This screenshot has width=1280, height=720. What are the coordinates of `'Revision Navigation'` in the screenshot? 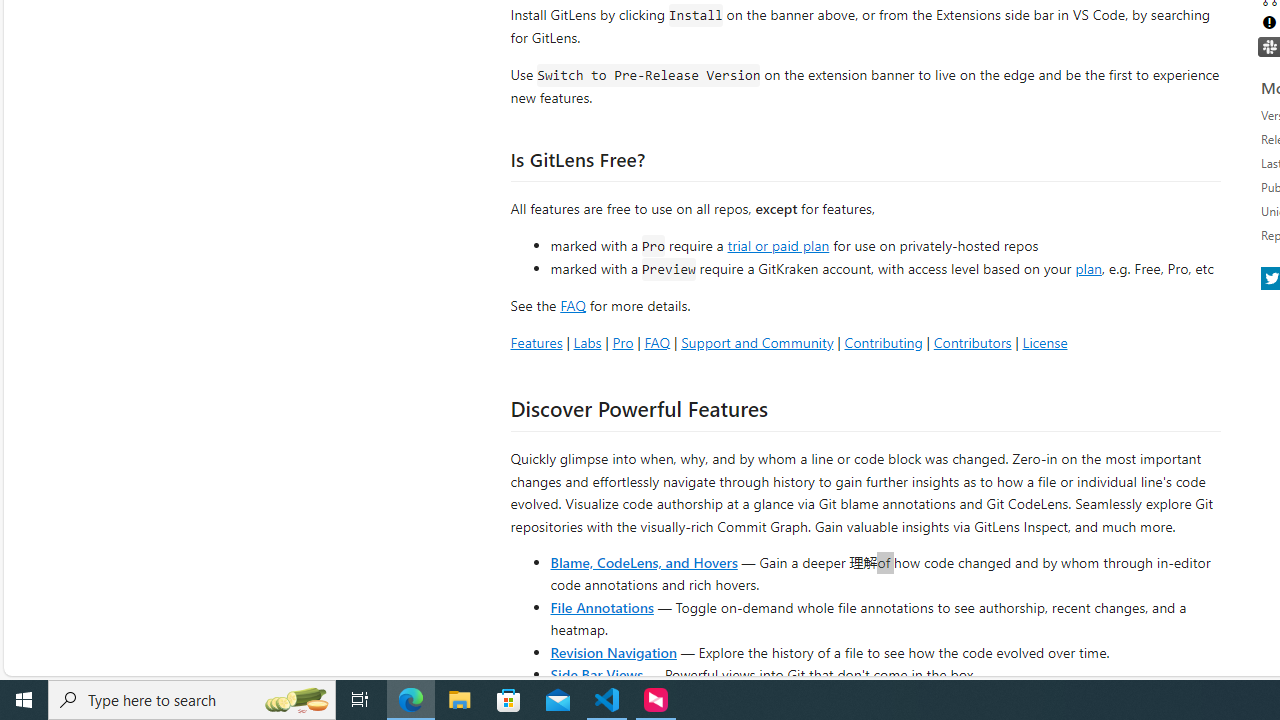 It's located at (612, 651).